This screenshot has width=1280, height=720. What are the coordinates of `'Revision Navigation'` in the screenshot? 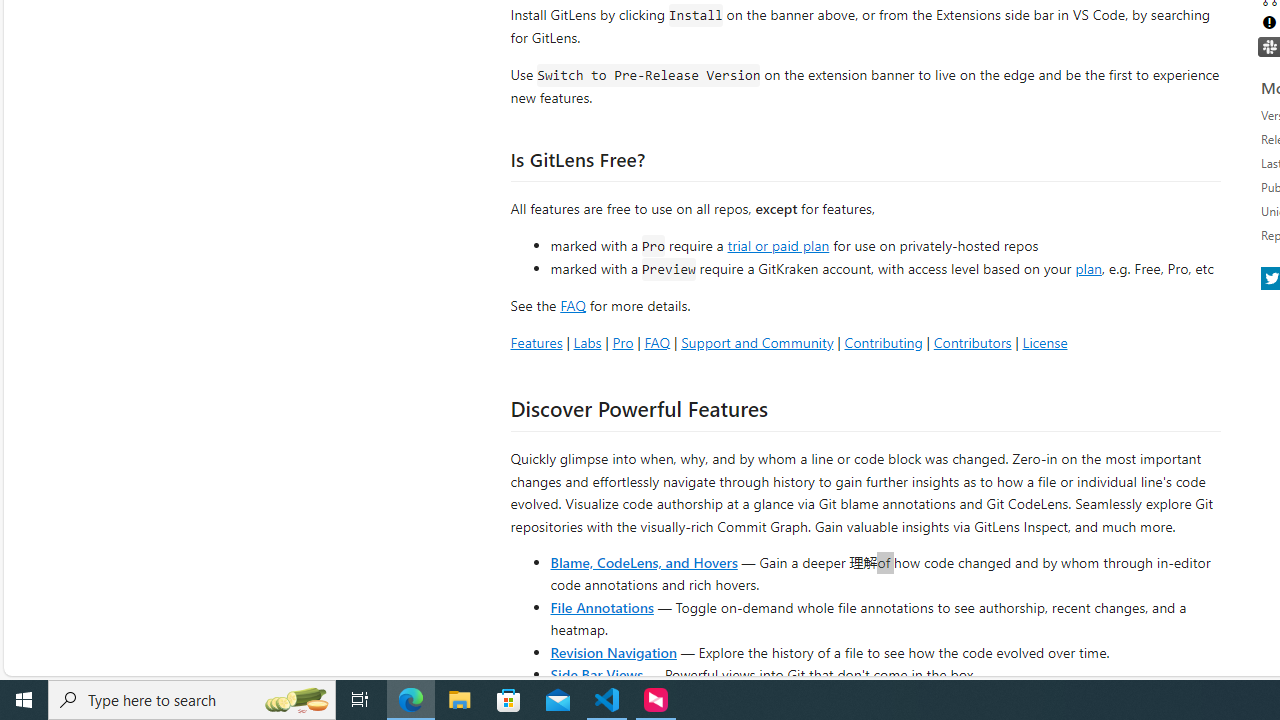 It's located at (612, 651).